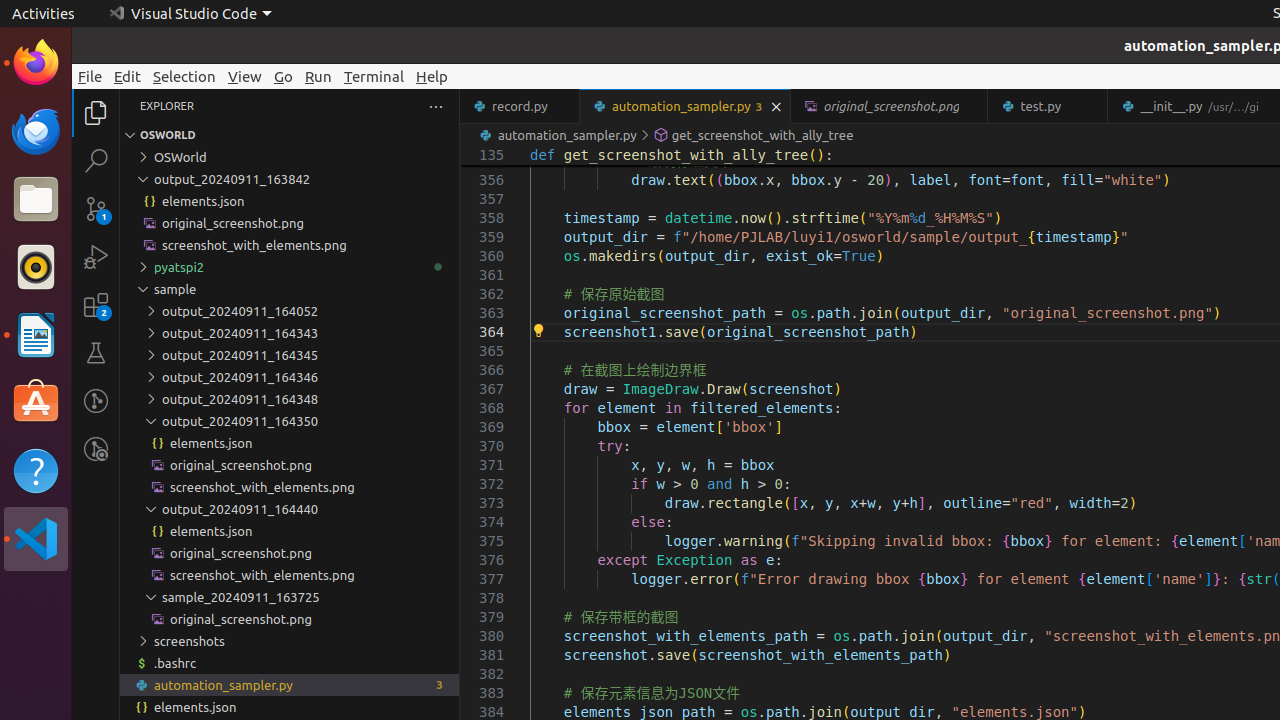 The image size is (1280, 720). What do you see at coordinates (288, 596) in the screenshot?
I see `'sample_20240911_163725'` at bounding box center [288, 596].